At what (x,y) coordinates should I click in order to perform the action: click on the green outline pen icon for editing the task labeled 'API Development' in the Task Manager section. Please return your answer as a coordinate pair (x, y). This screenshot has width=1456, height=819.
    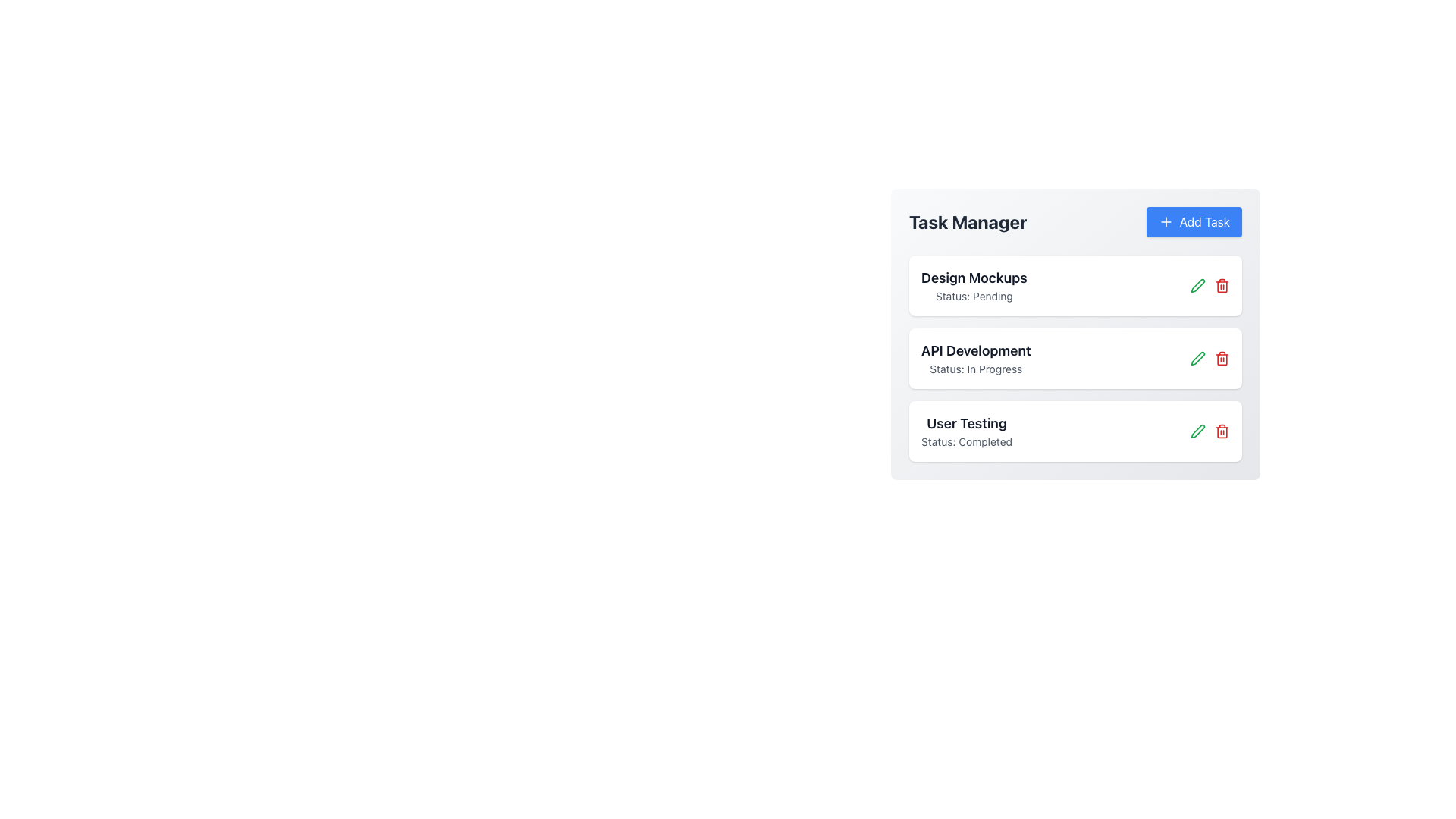
    Looking at the image, I should click on (1197, 284).